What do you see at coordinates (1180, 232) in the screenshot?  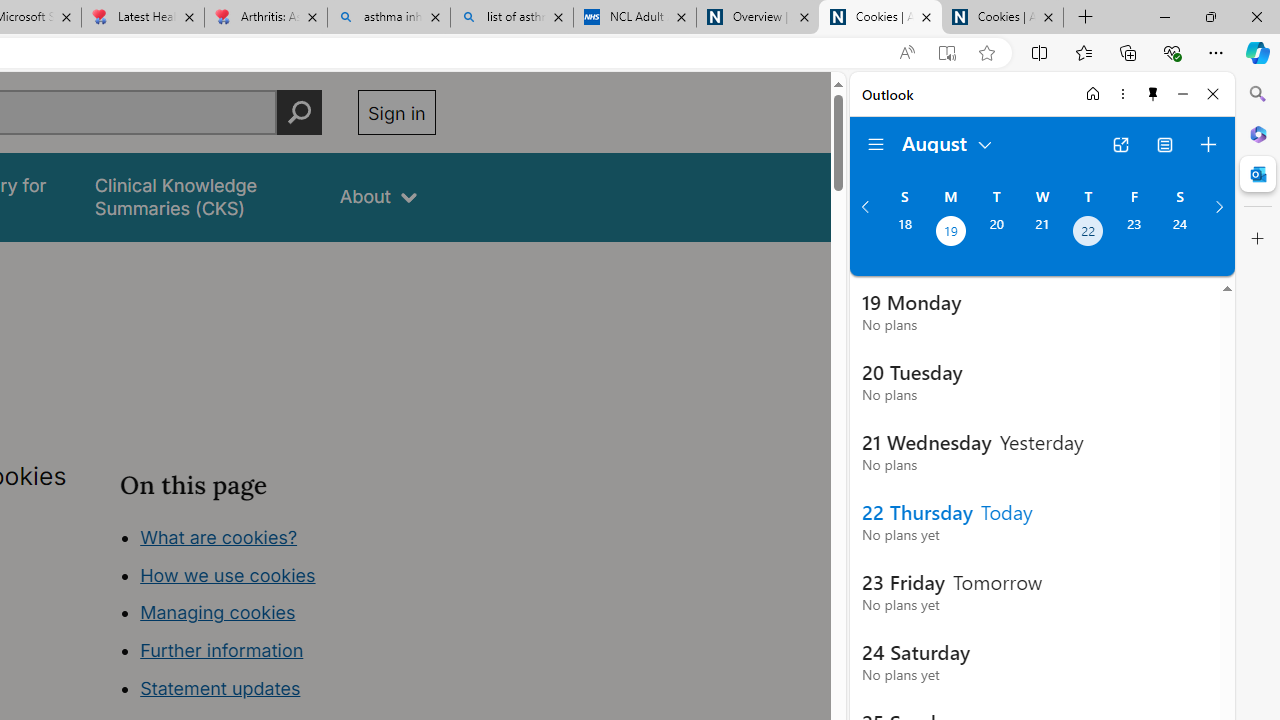 I see `'Saturday, August 24, 2024. '` at bounding box center [1180, 232].